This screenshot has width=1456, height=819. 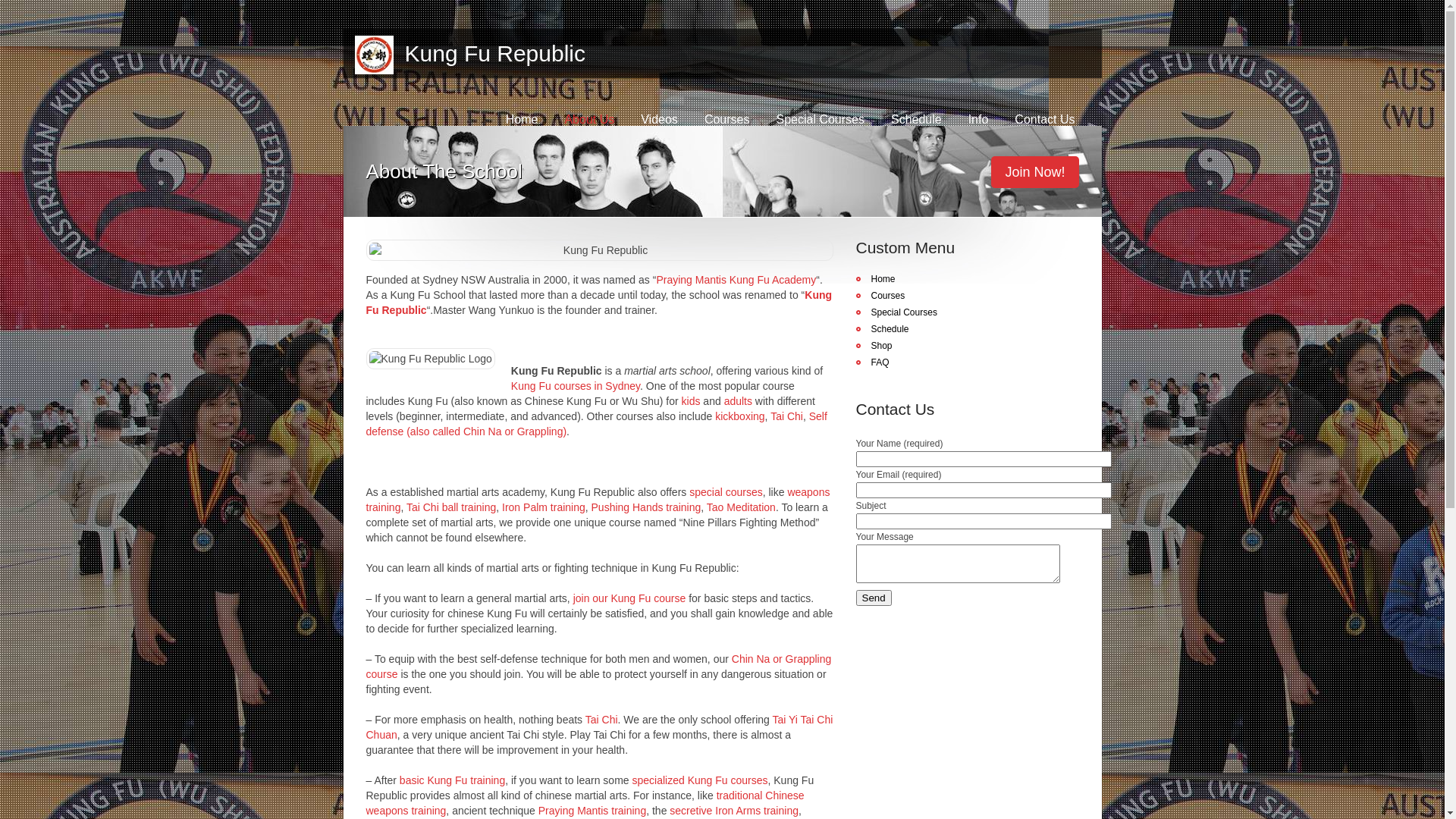 What do you see at coordinates (584, 802) in the screenshot?
I see `'traditional Chinese weapons training'` at bounding box center [584, 802].